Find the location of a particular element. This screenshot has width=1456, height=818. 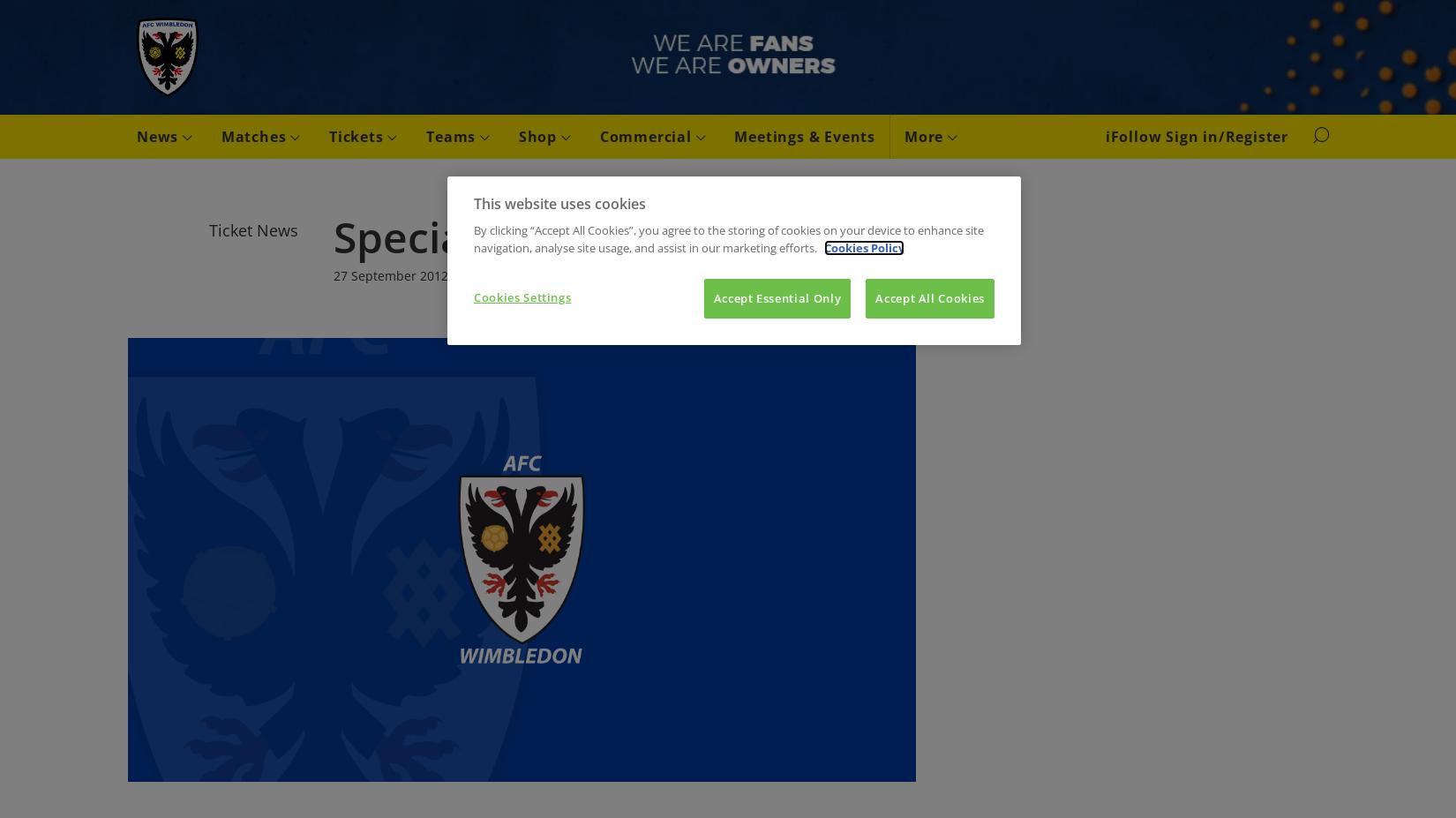

'Tickets' is located at coordinates (358, 135).